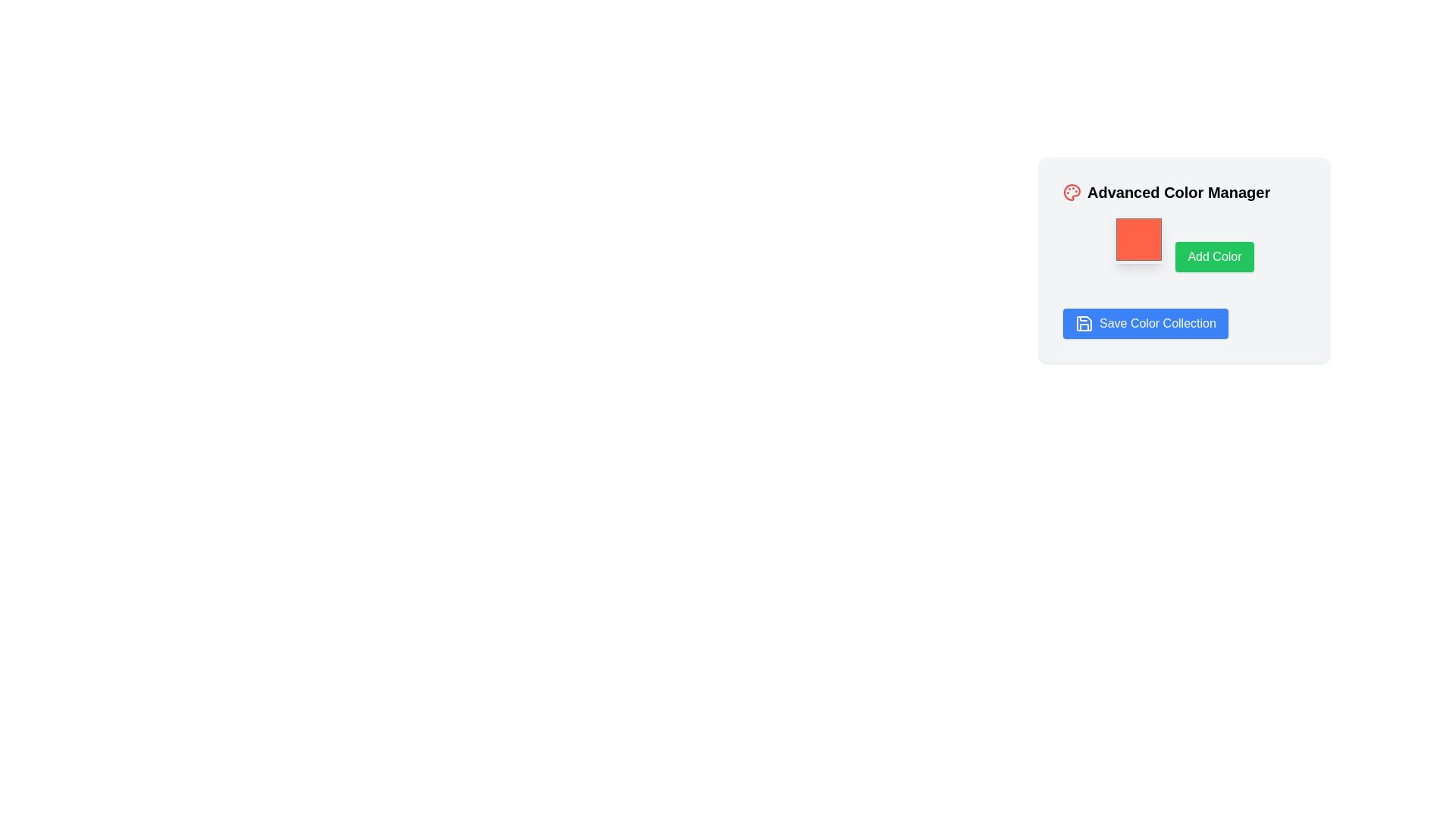  What do you see at coordinates (1215, 256) in the screenshot?
I see `the button located below the red square color swatch in the 'Advanced Color Manager' section` at bounding box center [1215, 256].